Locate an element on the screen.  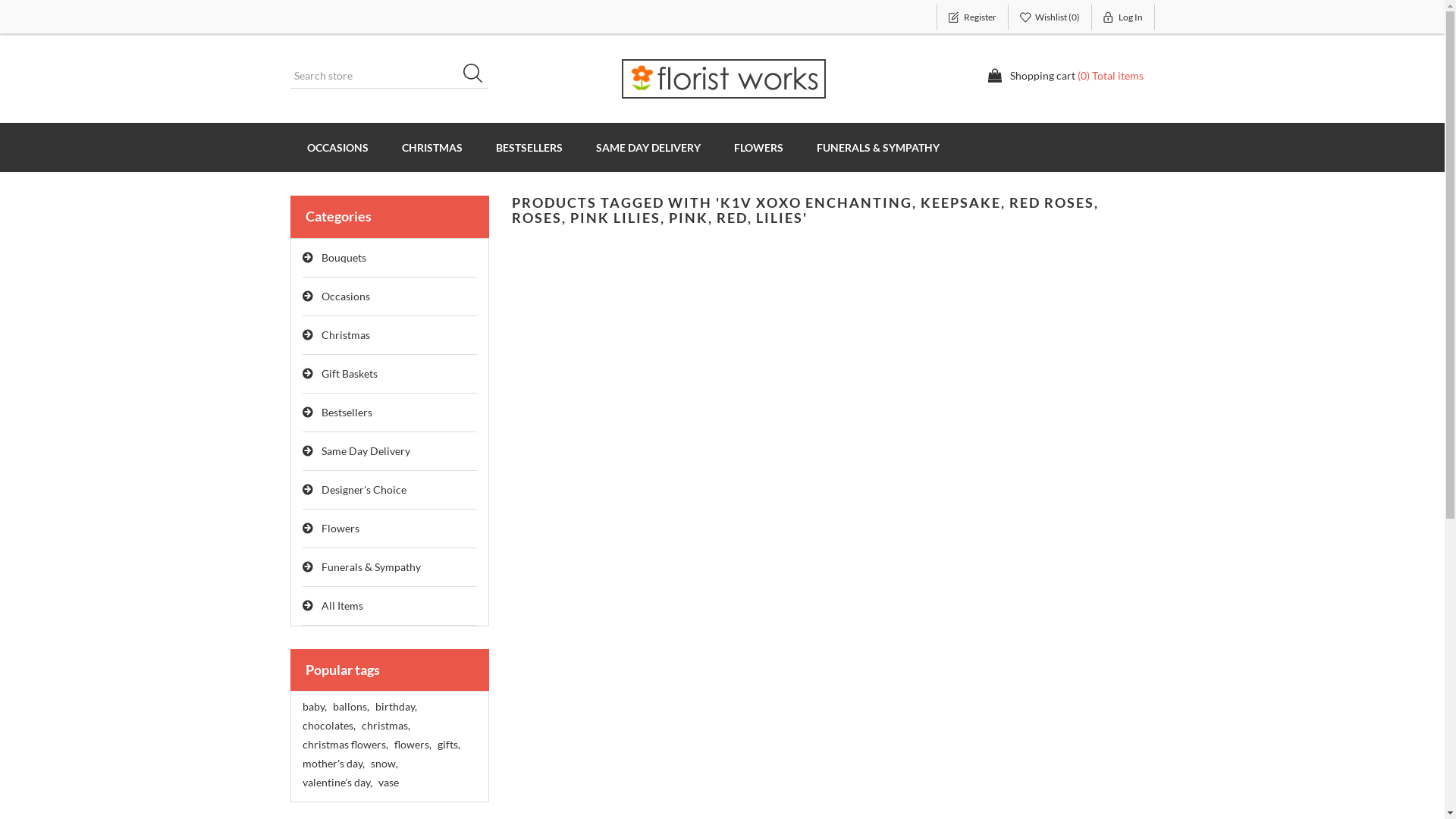
'mother's day,' is located at coordinates (331, 763).